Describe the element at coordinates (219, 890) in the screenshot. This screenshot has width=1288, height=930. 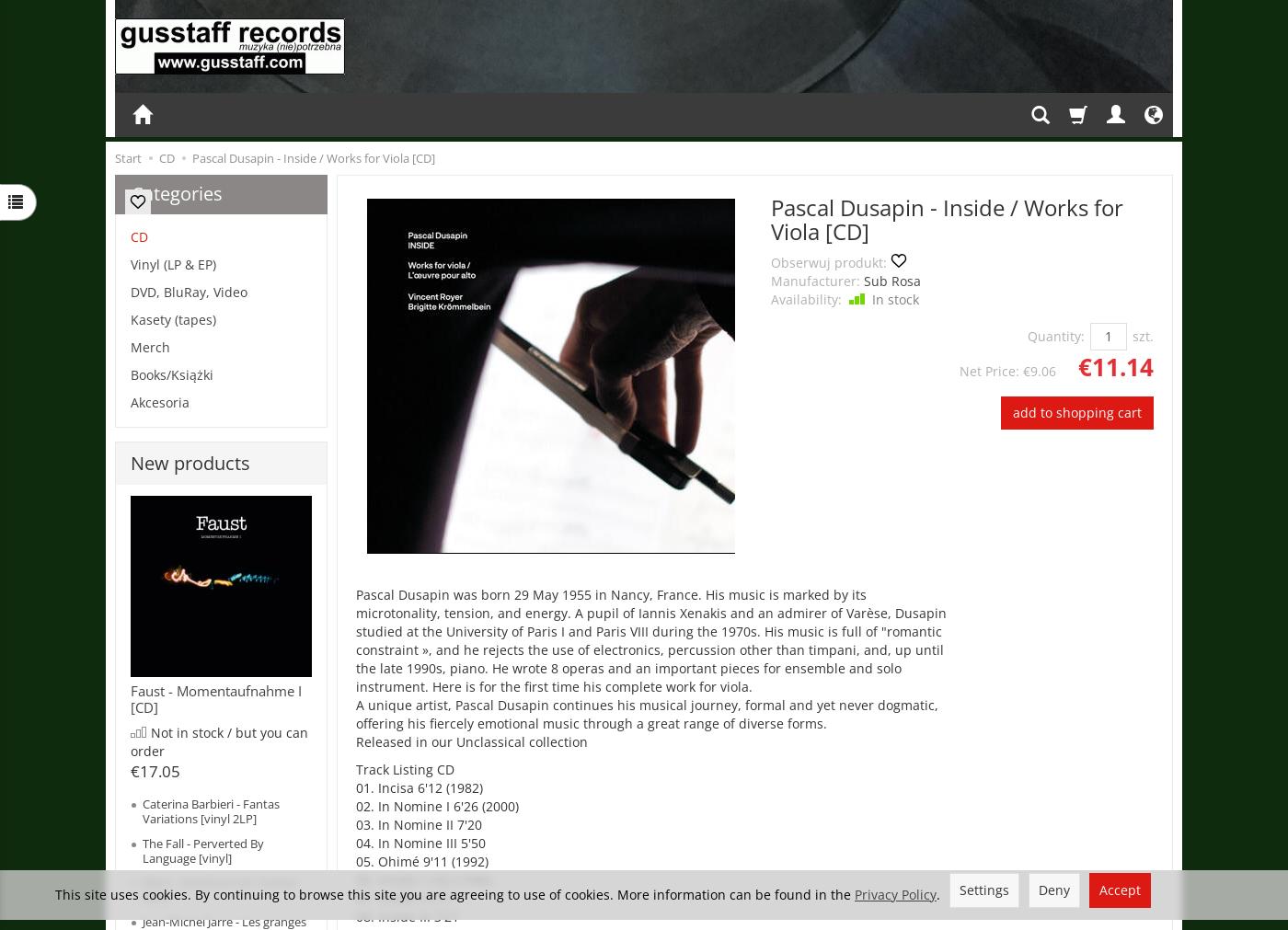
I see `'Devo - Hardcore Vol. 2 [vinyl 2LP]'` at that location.